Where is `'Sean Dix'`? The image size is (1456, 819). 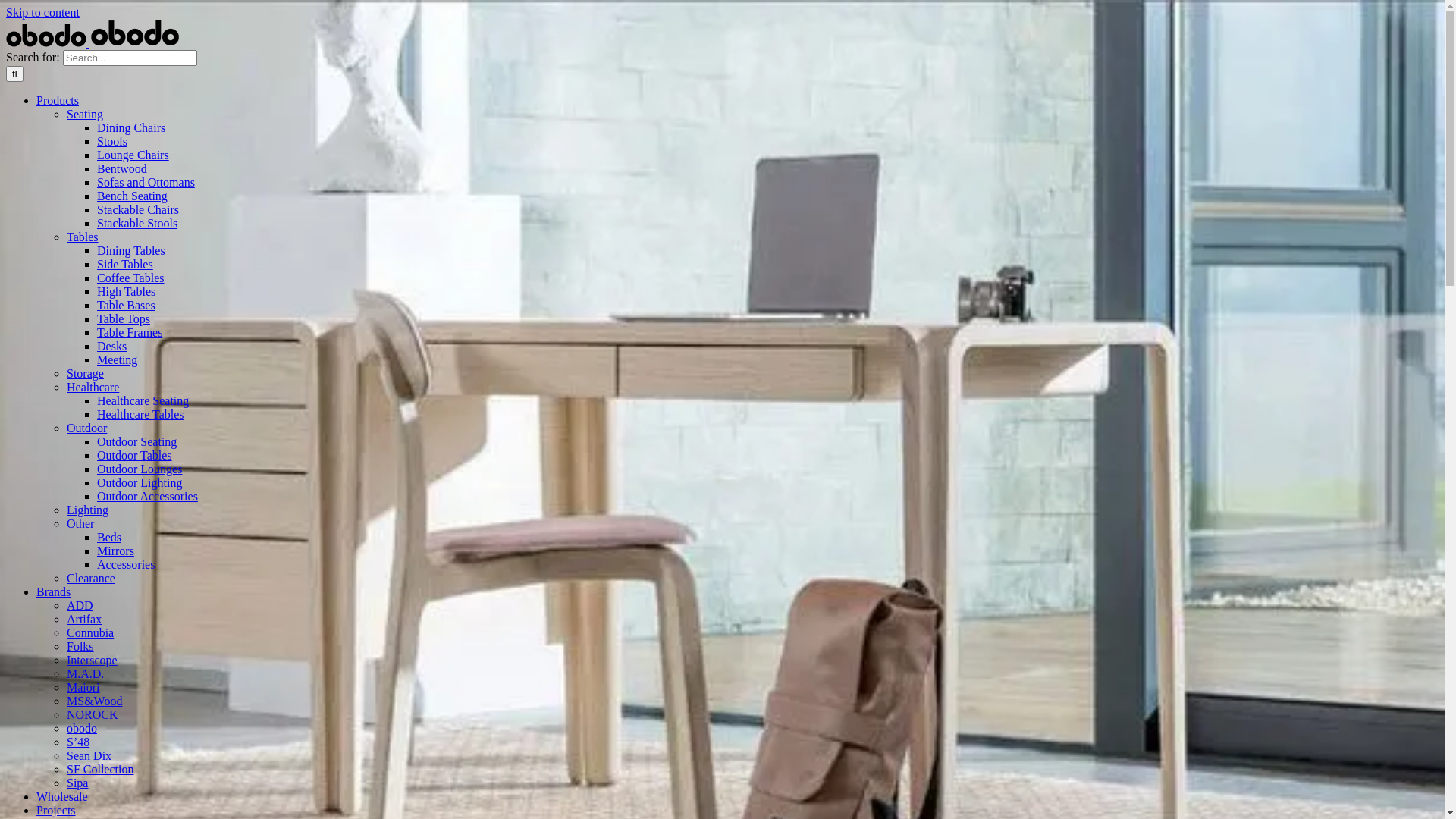 'Sean Dix' is located at coordinates (65, 755).